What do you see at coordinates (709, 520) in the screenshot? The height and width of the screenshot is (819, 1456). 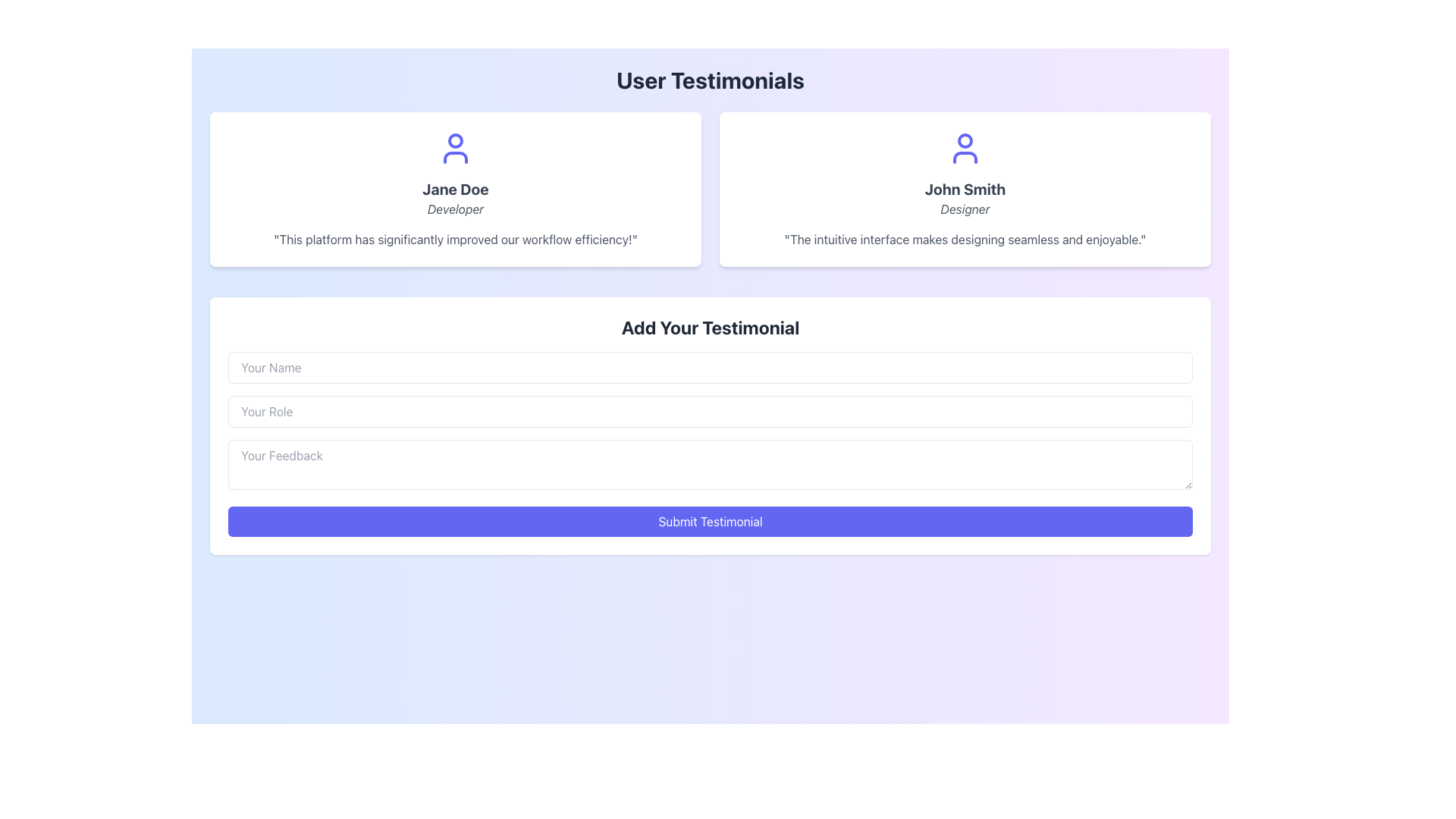 I see `the 'Submit Testimonial' button with rounded corners and indigo-blue color` at bounding box center [709, 520].